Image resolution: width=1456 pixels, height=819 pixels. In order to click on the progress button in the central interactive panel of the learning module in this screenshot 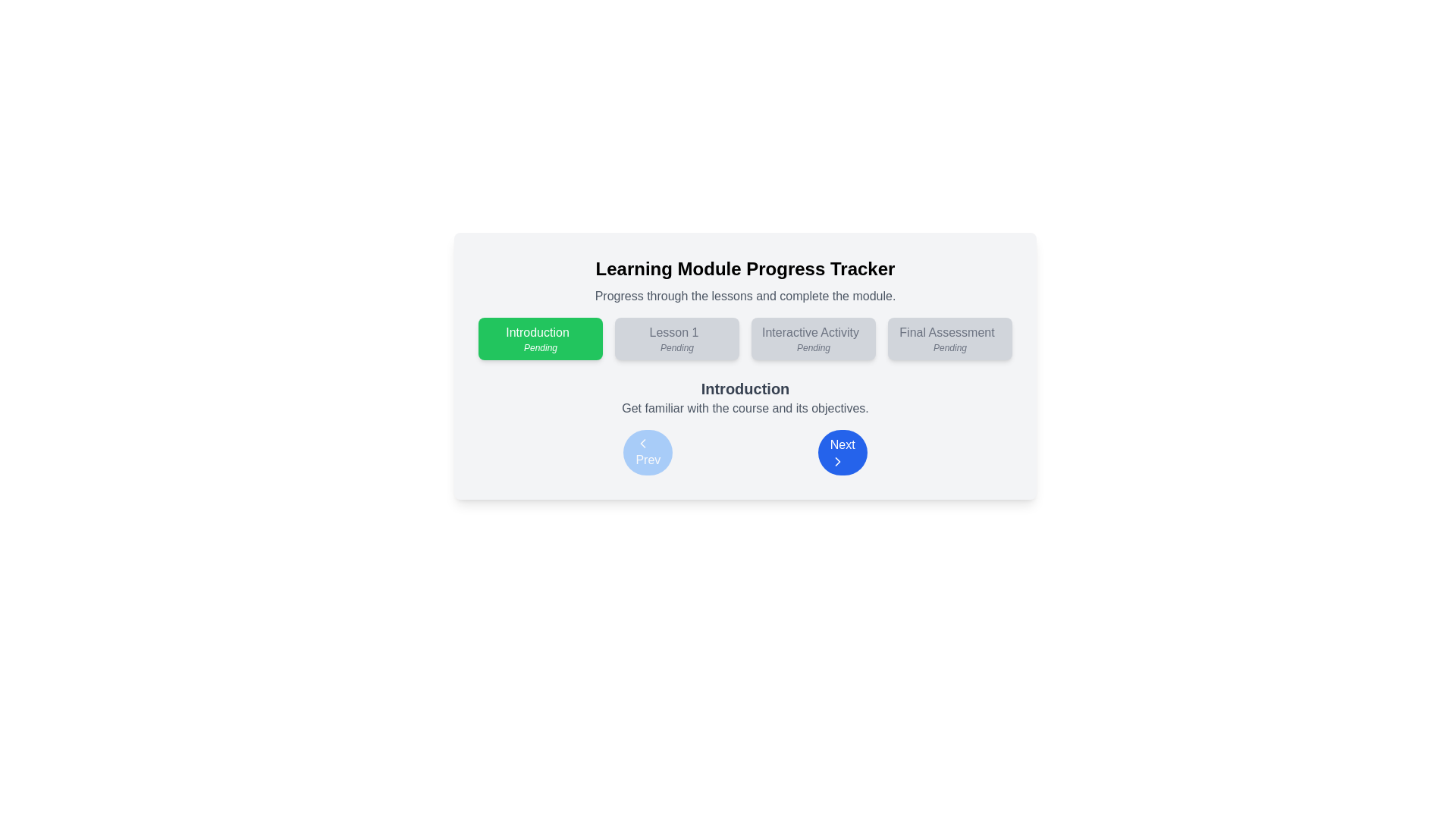, I will do `click(745, 366)`.